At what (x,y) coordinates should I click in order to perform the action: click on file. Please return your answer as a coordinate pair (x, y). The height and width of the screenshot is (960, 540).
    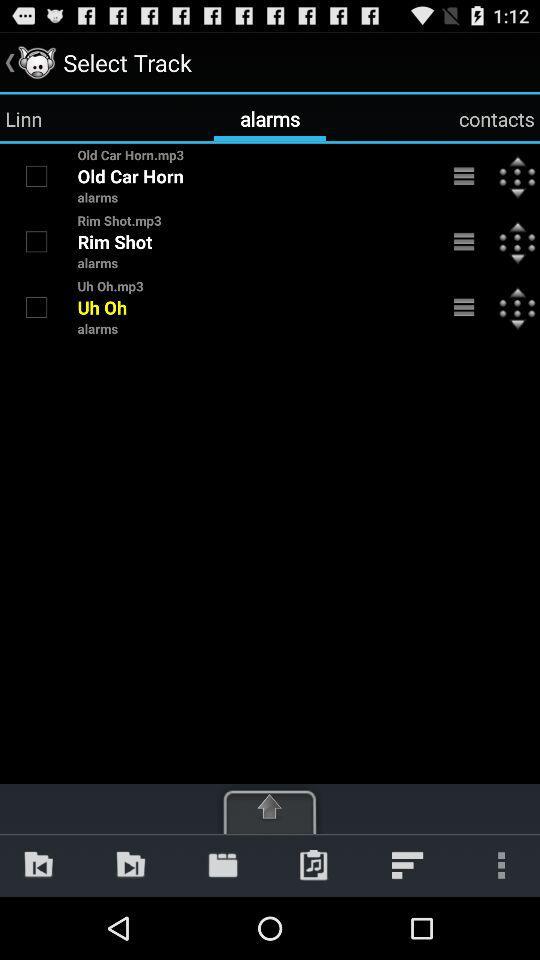
    Looking at the image, I should click on (36, 175).